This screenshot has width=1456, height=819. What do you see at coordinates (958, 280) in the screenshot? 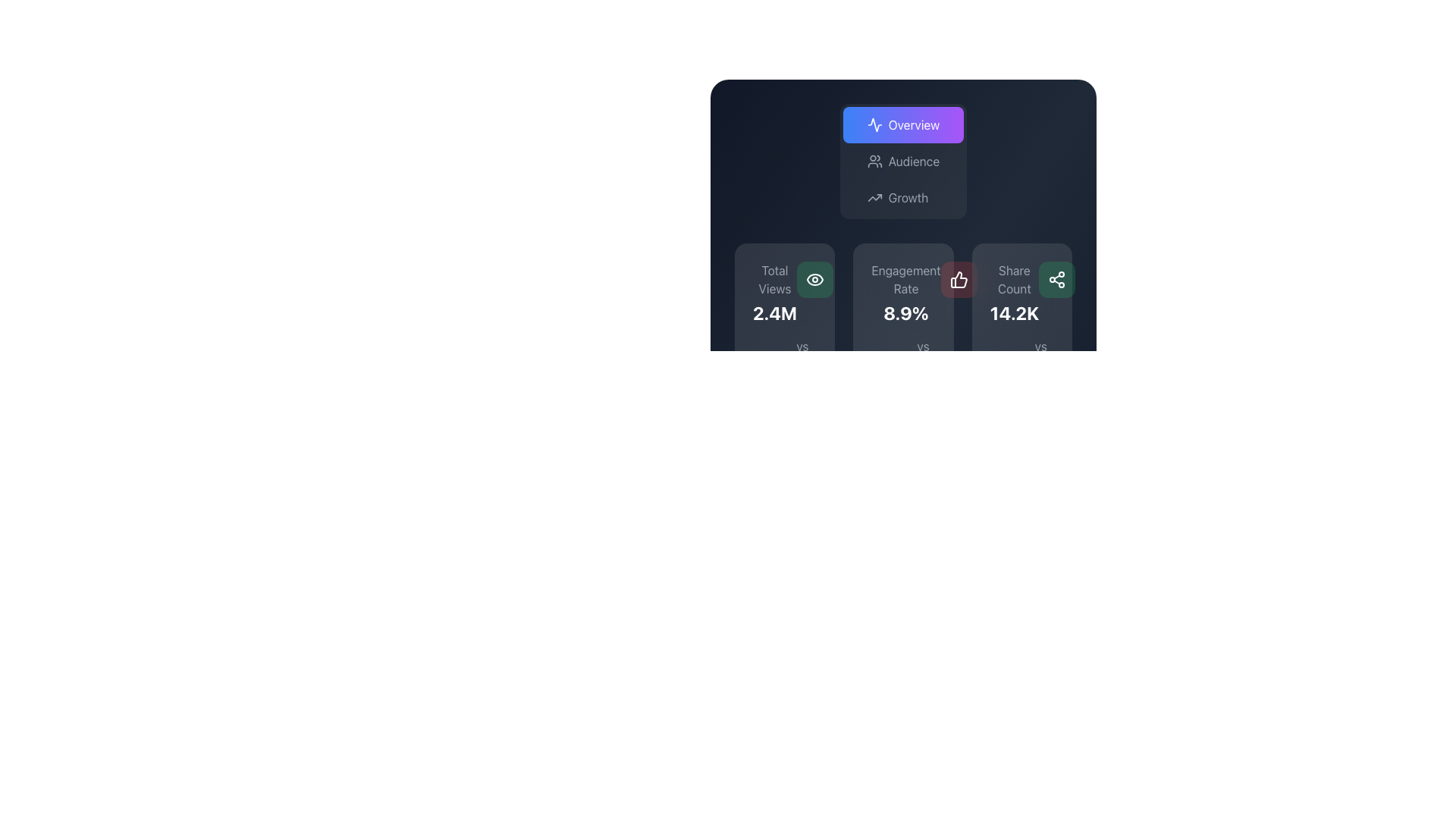
I see `the function or message of the thumbs-up icon located in the second column of the card-like statistics section, which is aligned centrally with the 'Engagement Rate' section` at bounding box center [958, 280].